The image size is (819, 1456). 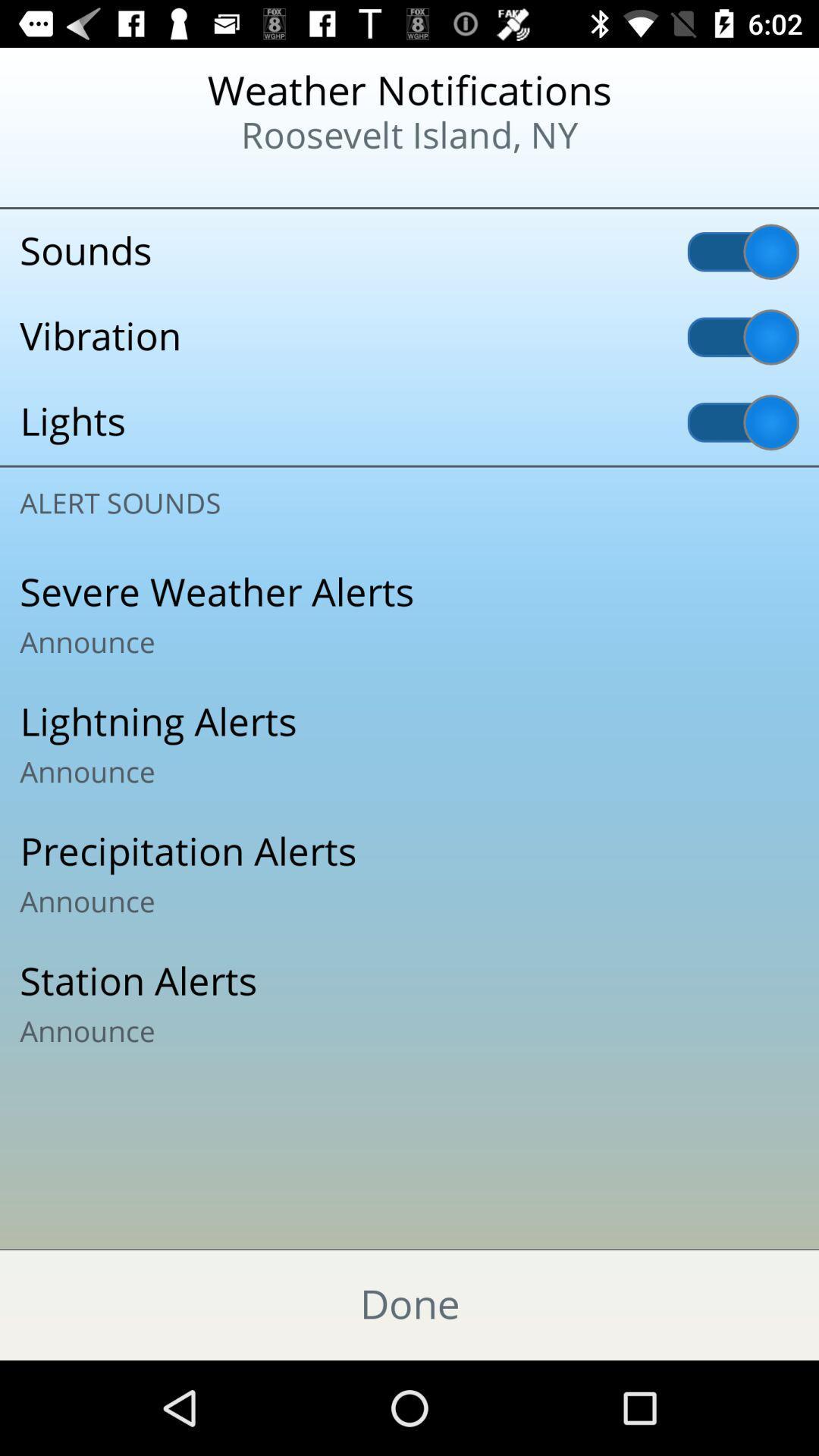 What do you see at coordinates (409, 422) in the screenshot?
I see `the item below vibration item` at bounding box center [409, 422].